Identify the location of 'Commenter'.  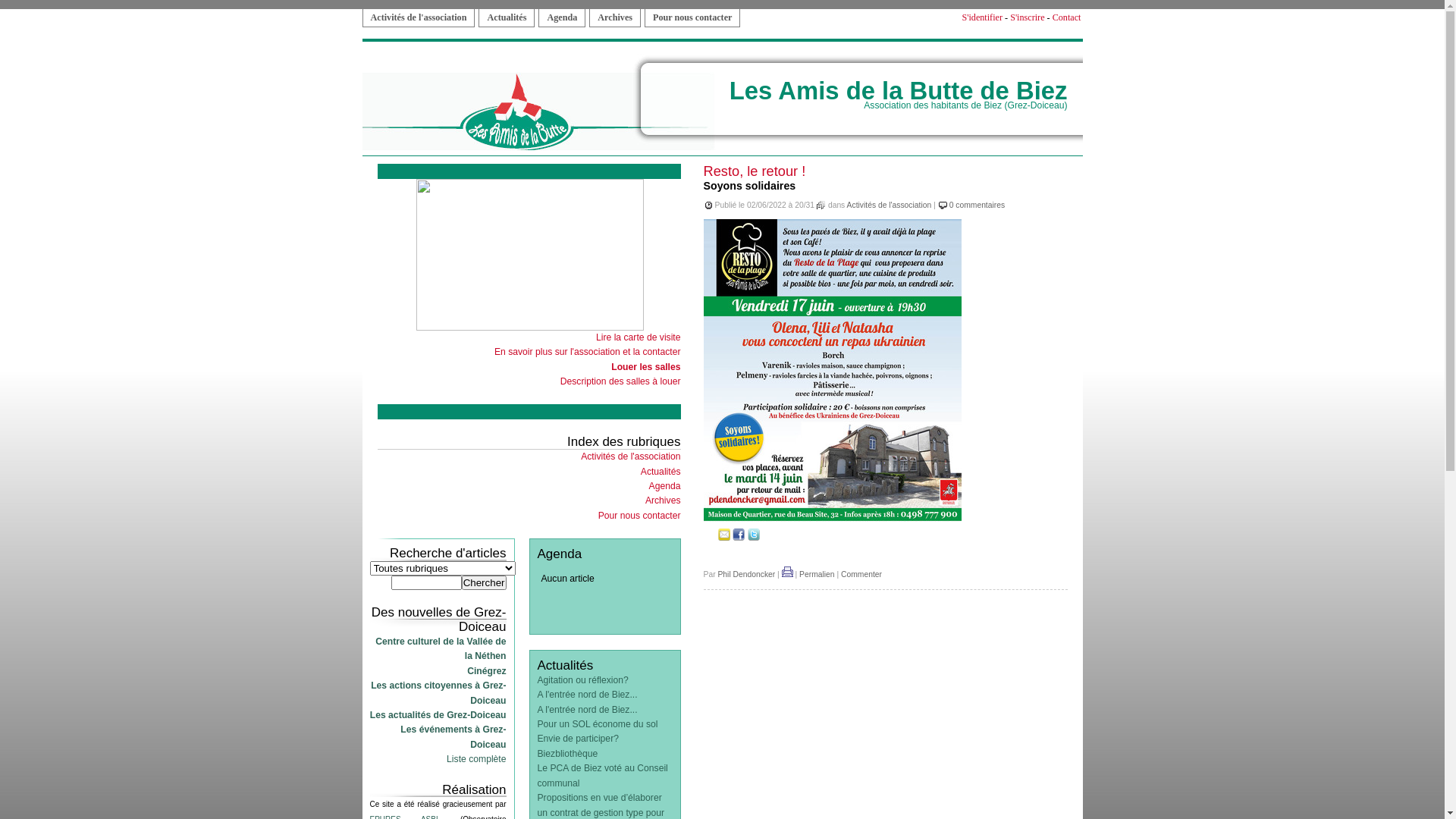
(861, 574).